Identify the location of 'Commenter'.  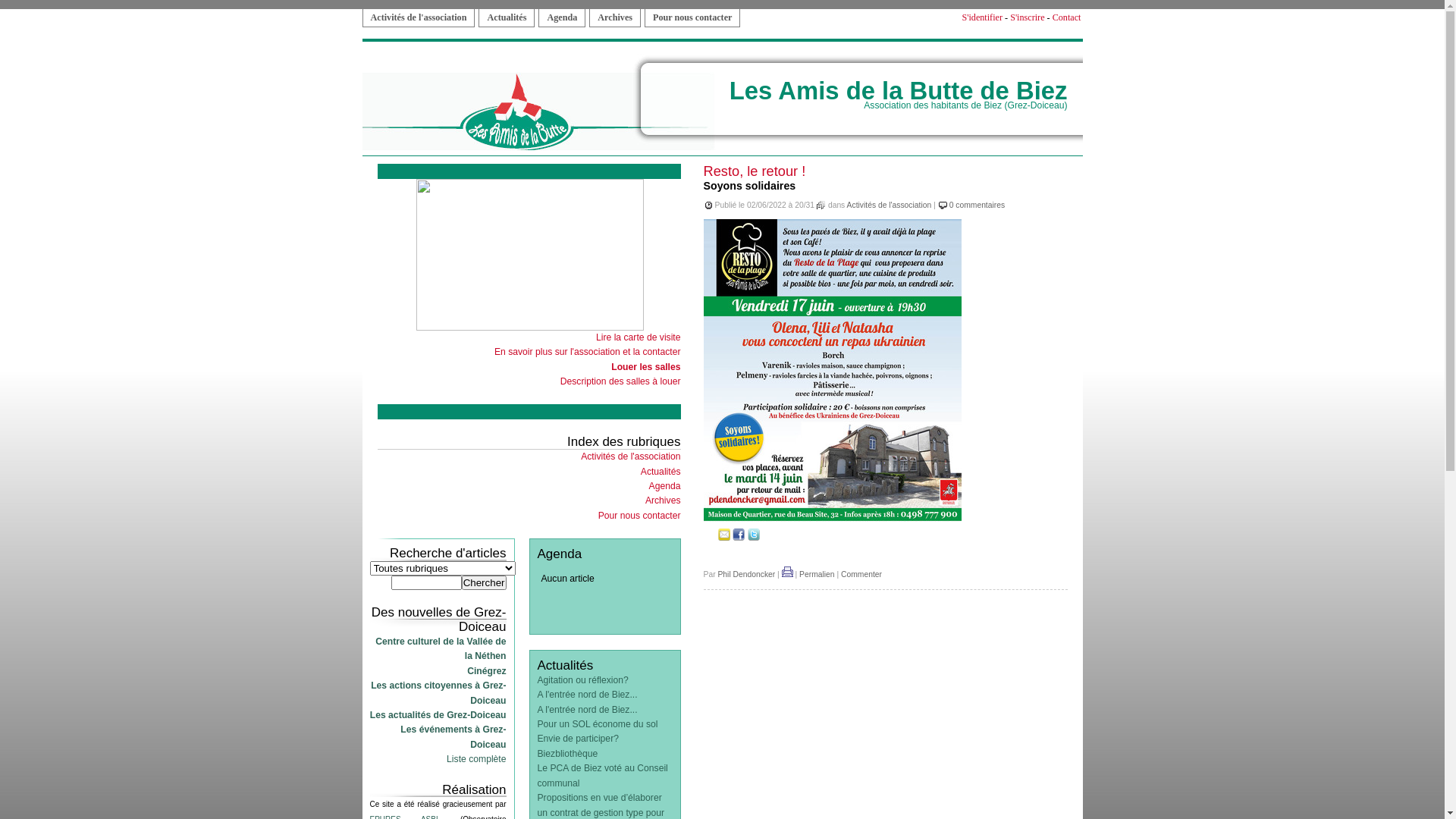
(861, 574).